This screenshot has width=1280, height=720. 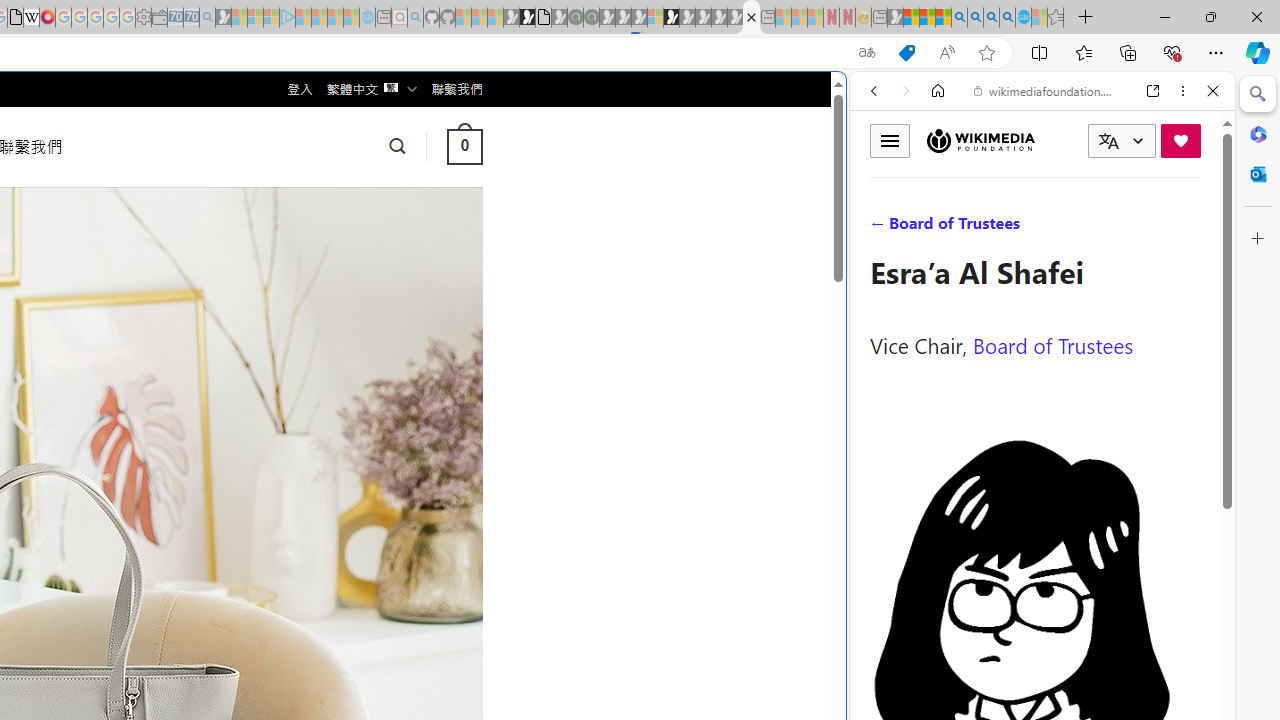 I want to click on 'Search Filter, WEB', so click(x=881, y=227).